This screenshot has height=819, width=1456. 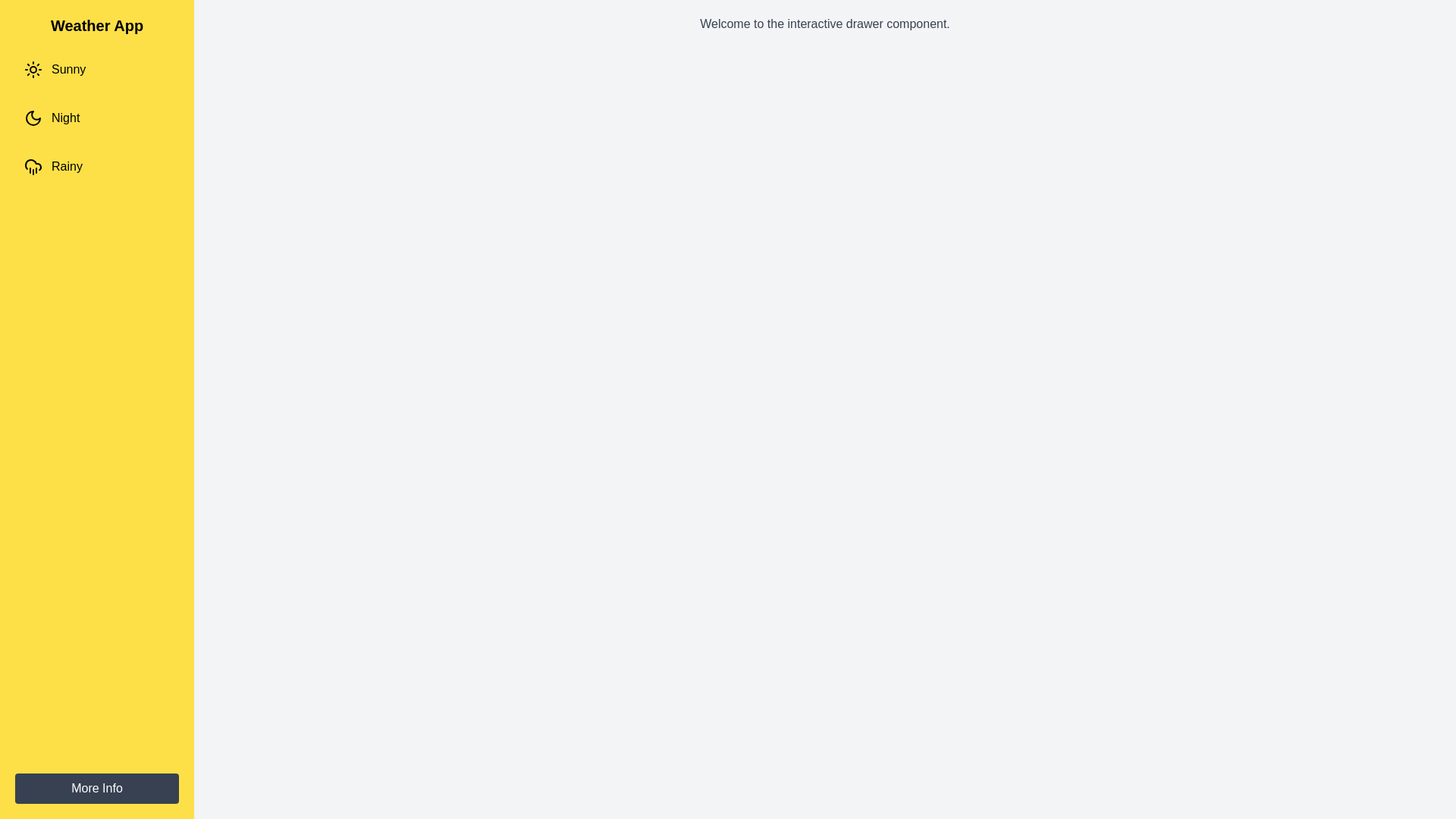 I want to click on the 'Night' icon in the menu, which is the second item in the vertical list on the left section of the interface, so click(x=33, y=117).